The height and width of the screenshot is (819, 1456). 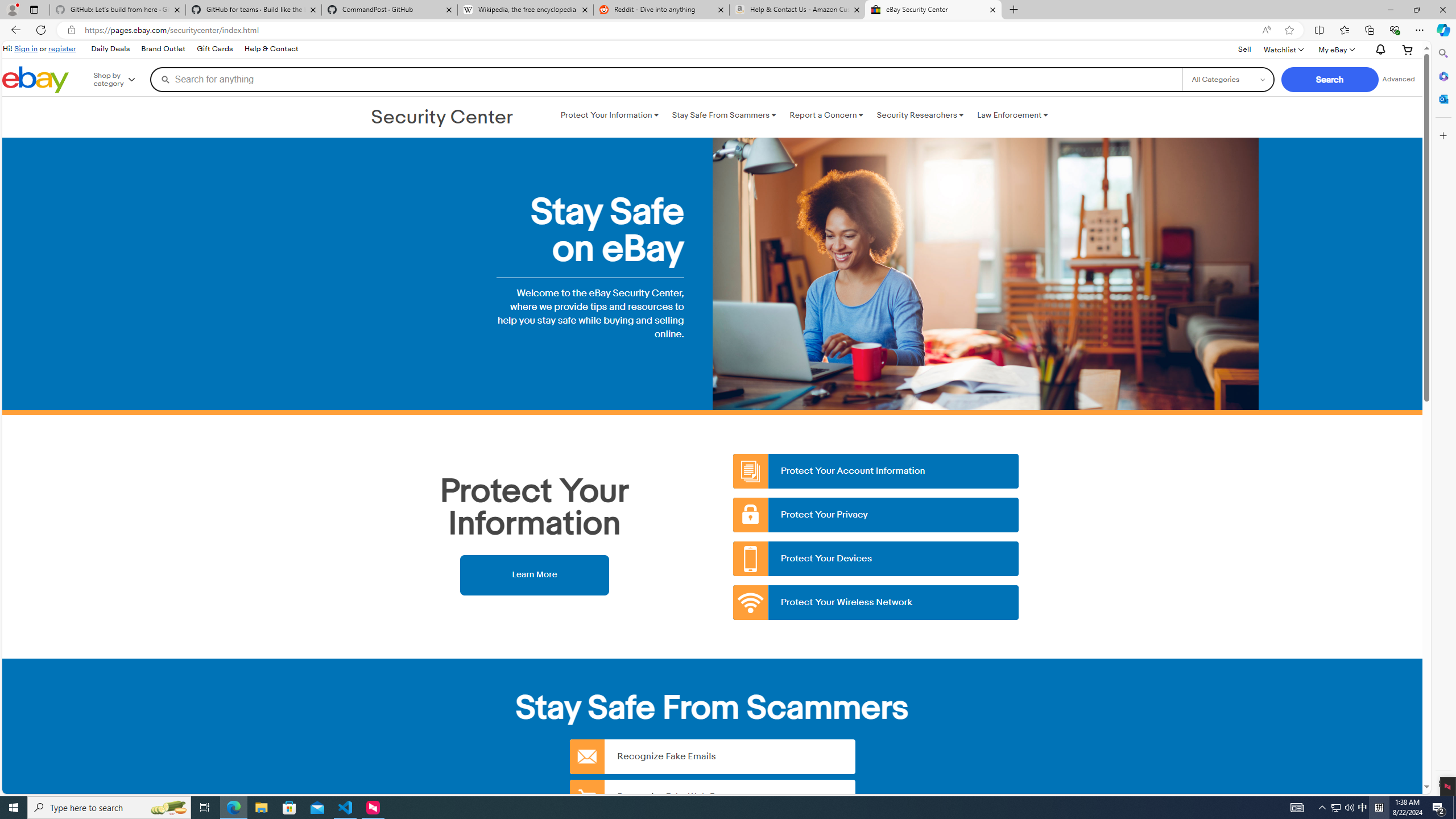 What do you see at coordinates (876, 514) in the screenshot?
I see `'Protect Your Privacy'` at bounding box center [876, 514].